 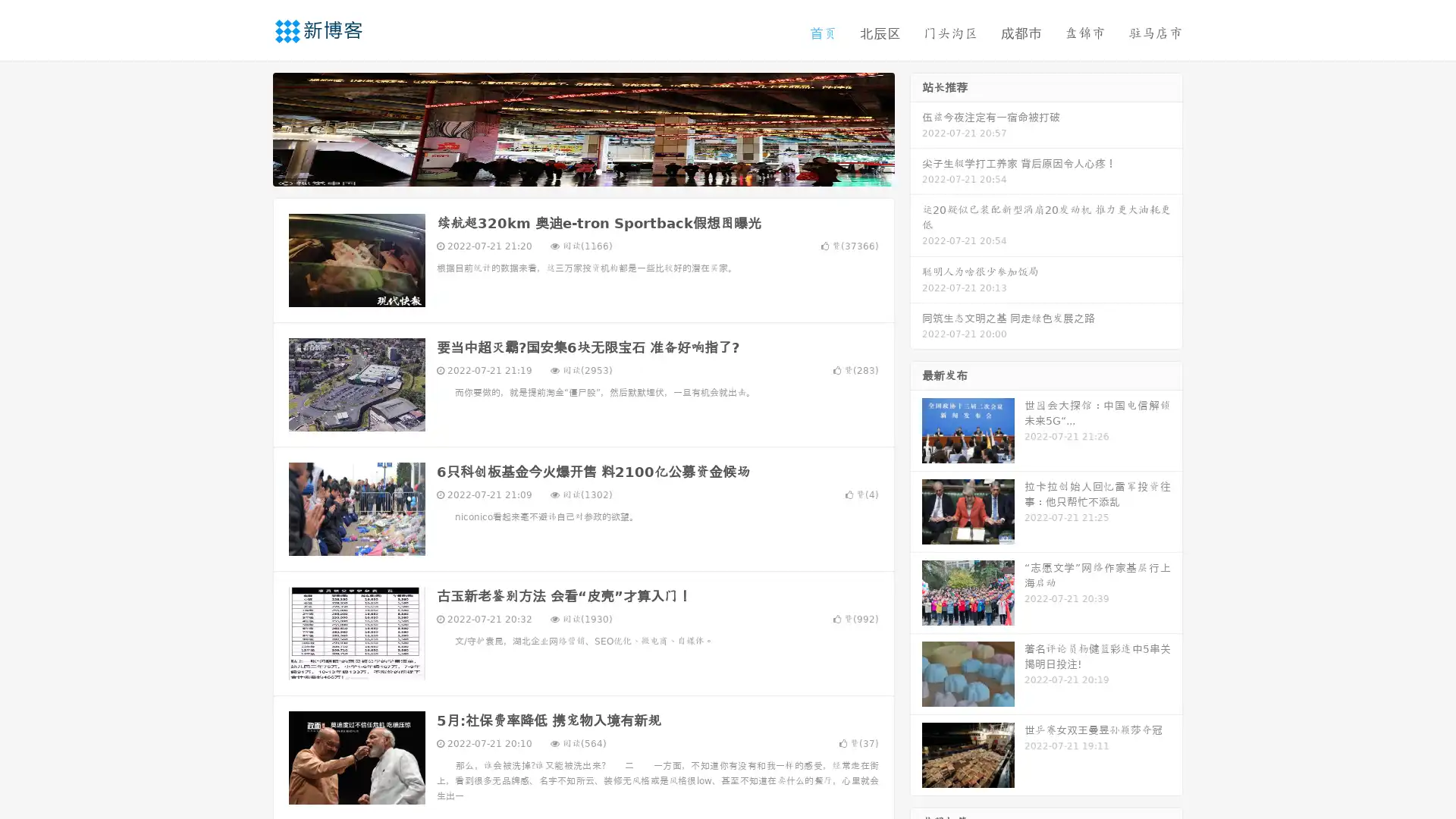 I want to click on Next slide, so click(x=916, y=127).